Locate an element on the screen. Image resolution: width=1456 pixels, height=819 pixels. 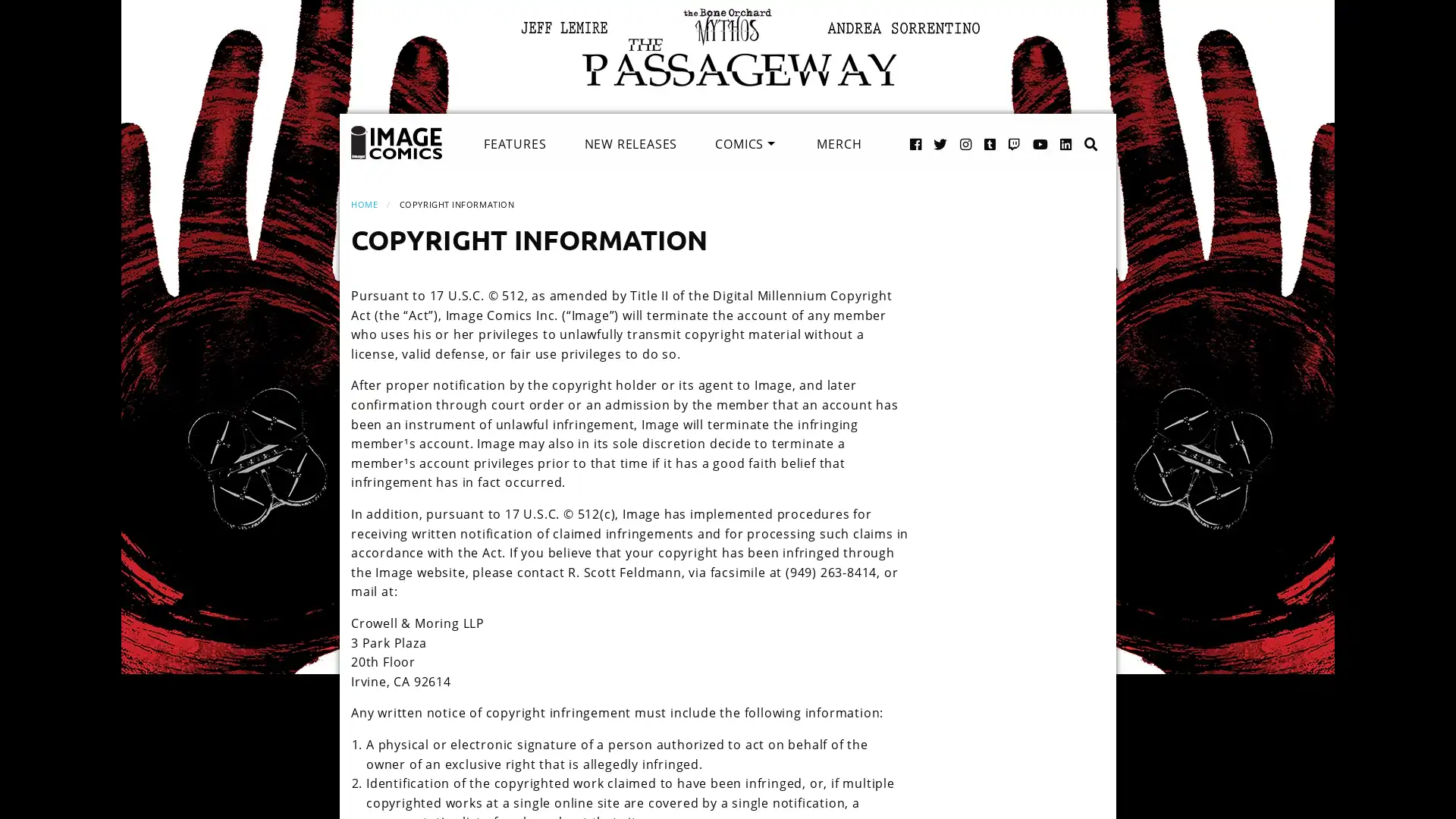
Search is located at coordinates (1075, 127).